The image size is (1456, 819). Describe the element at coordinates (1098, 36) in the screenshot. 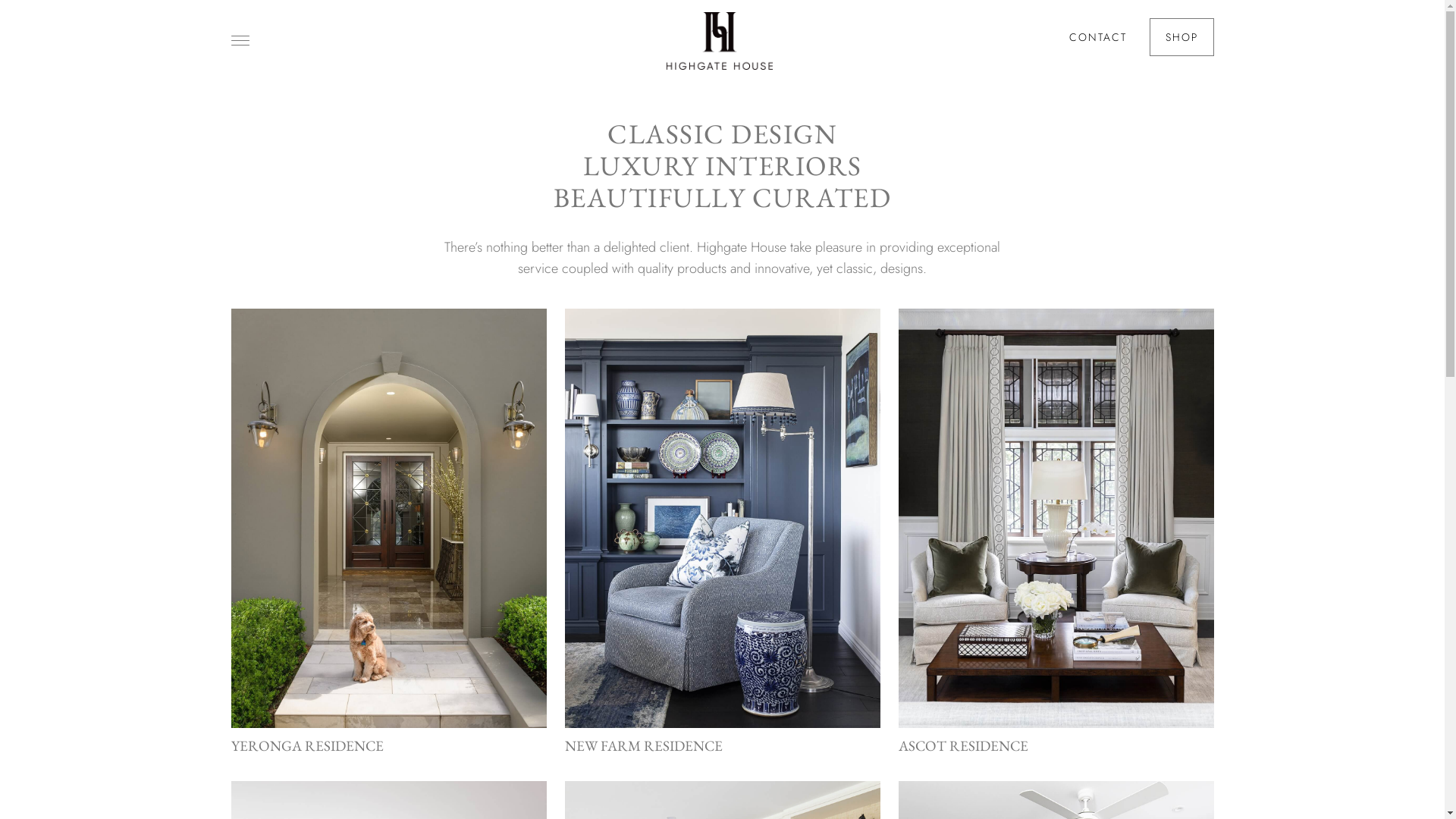

I see `'CONTACT'` at that location.